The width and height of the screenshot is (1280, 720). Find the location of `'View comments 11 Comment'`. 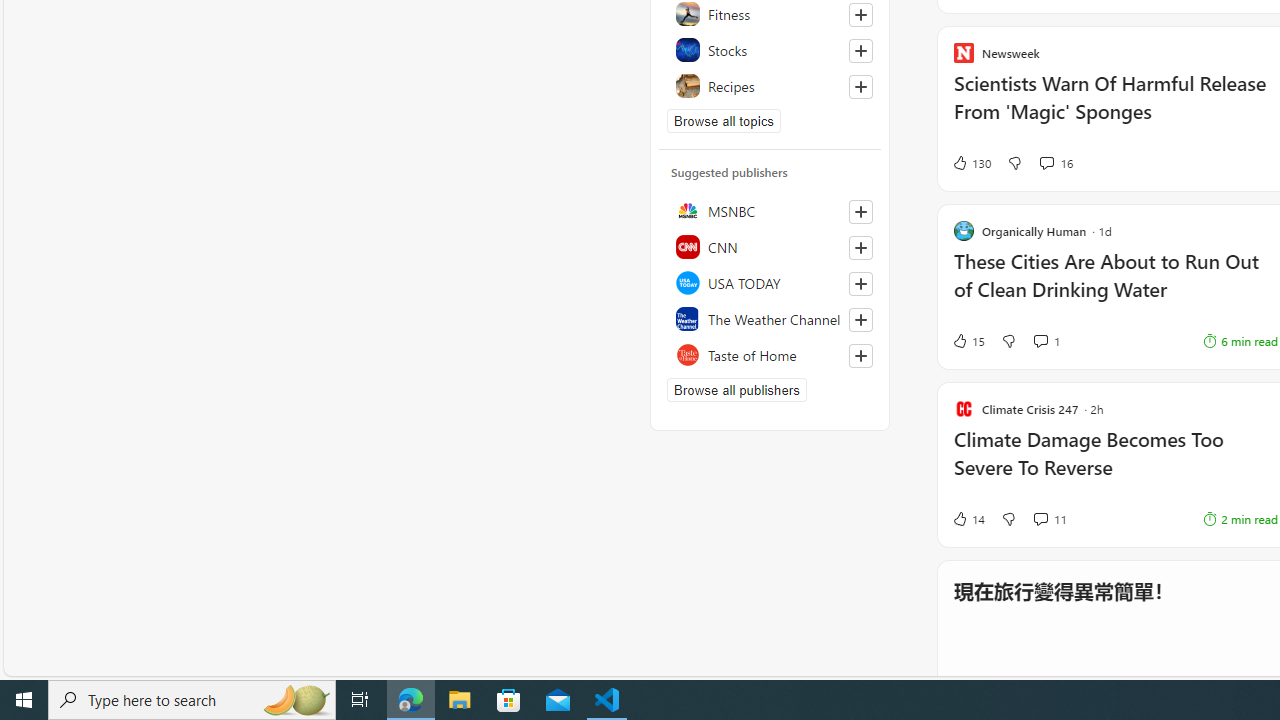

'View comments 11 Comment' is located at coordinates (1048, 518).